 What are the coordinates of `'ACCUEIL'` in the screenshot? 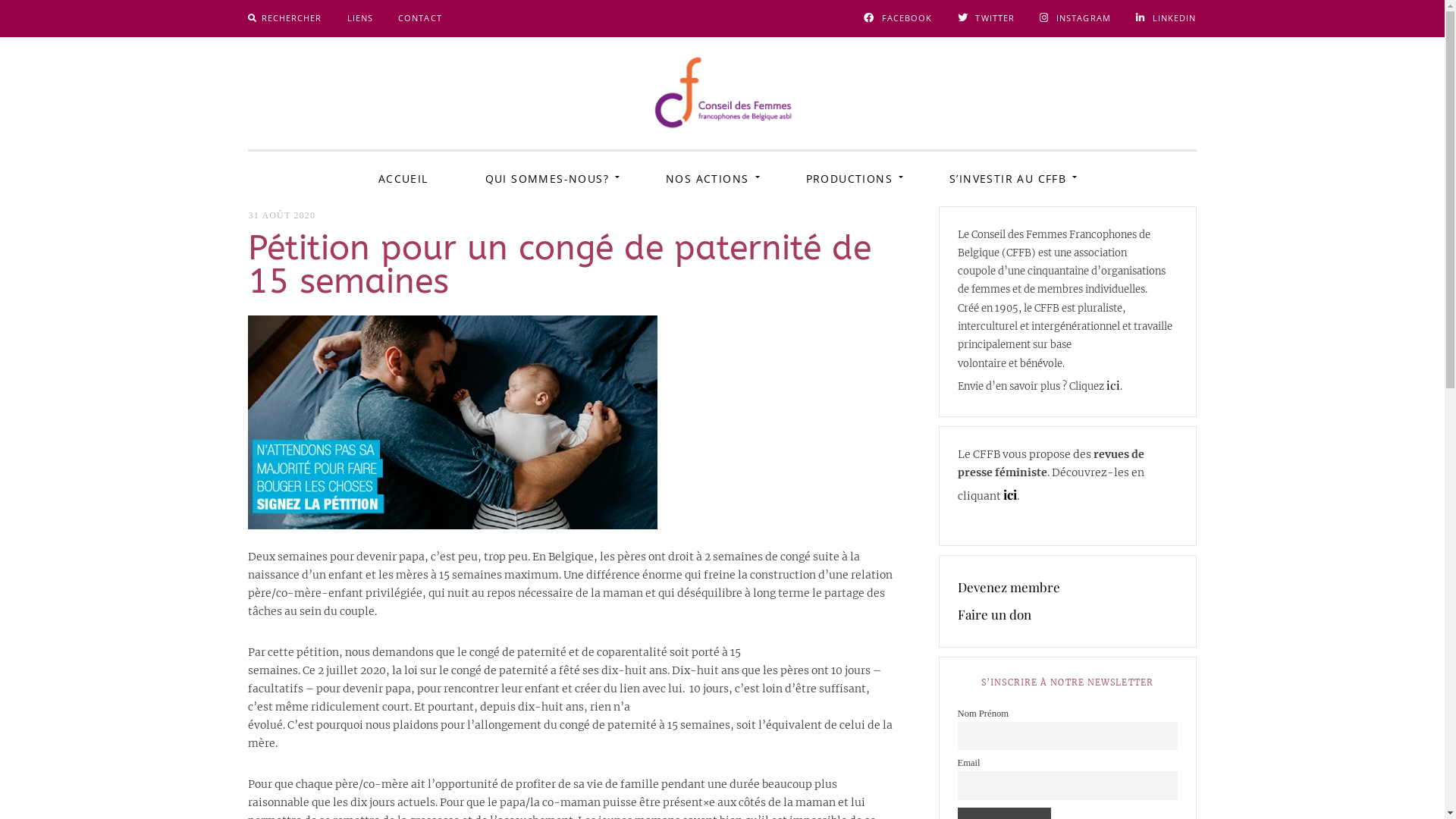 It's located at (403, 177).